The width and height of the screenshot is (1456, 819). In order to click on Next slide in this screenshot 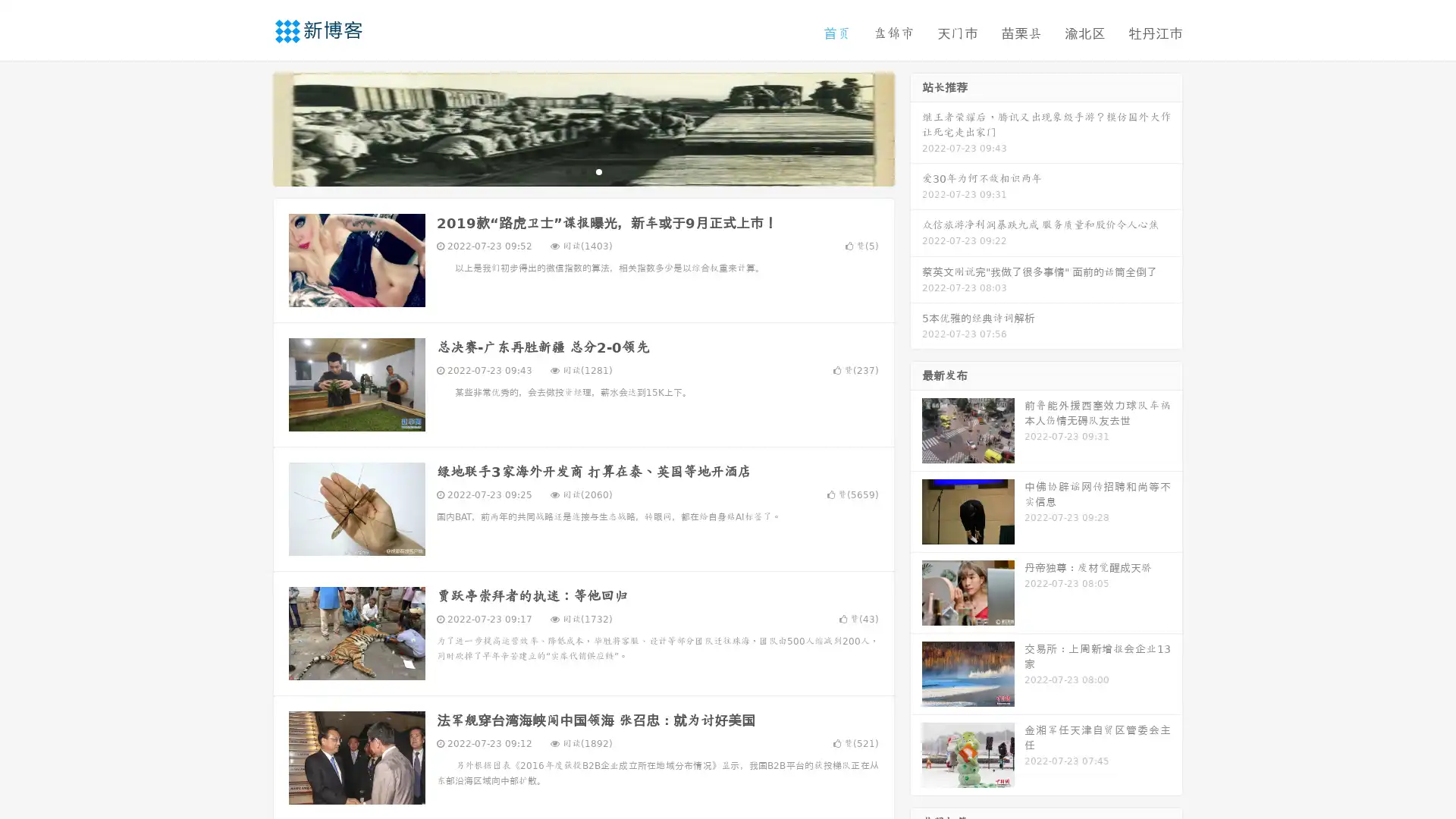, I will do `click(916, 127)`.